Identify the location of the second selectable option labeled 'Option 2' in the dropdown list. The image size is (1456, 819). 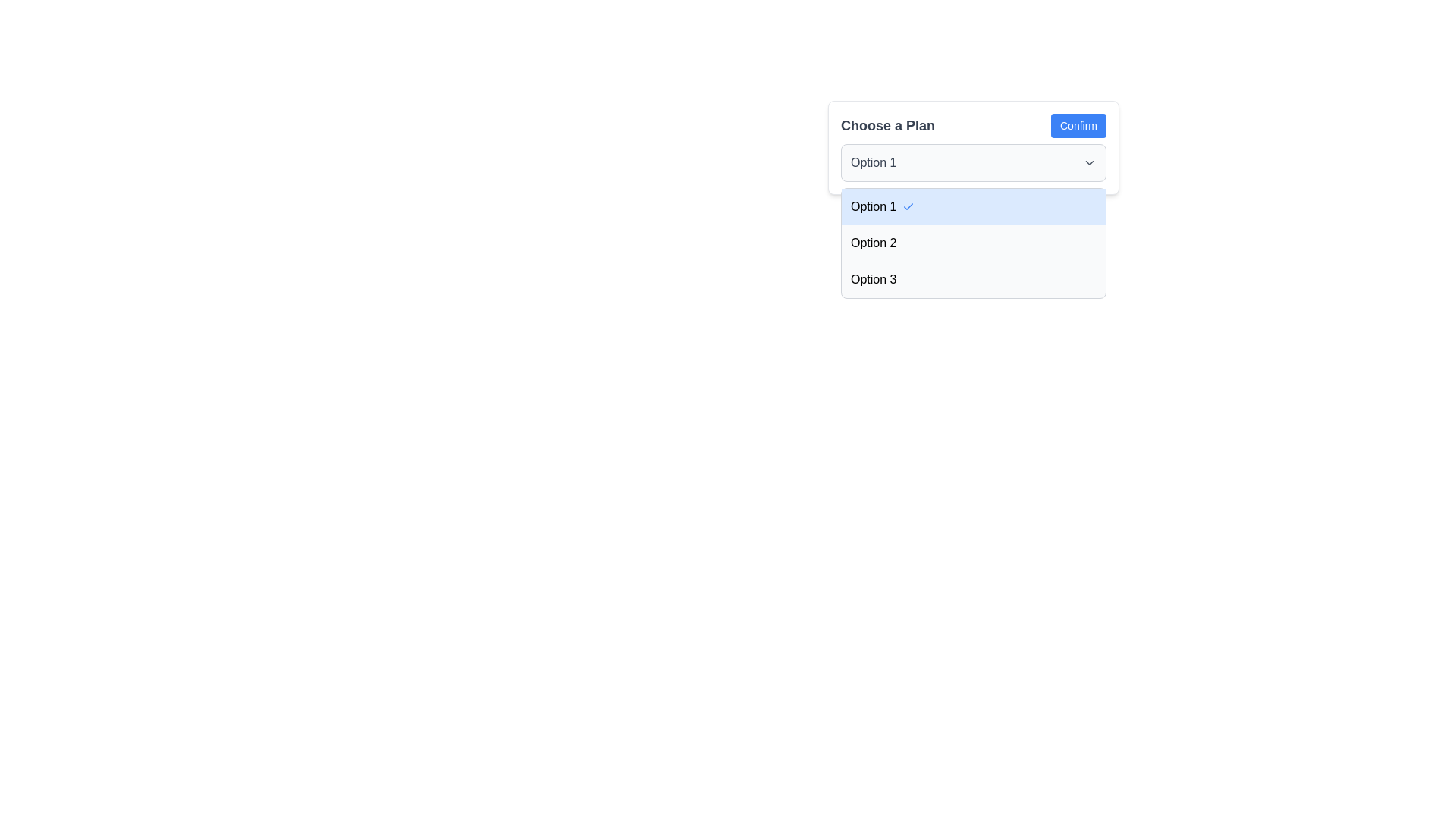
(874, 242).